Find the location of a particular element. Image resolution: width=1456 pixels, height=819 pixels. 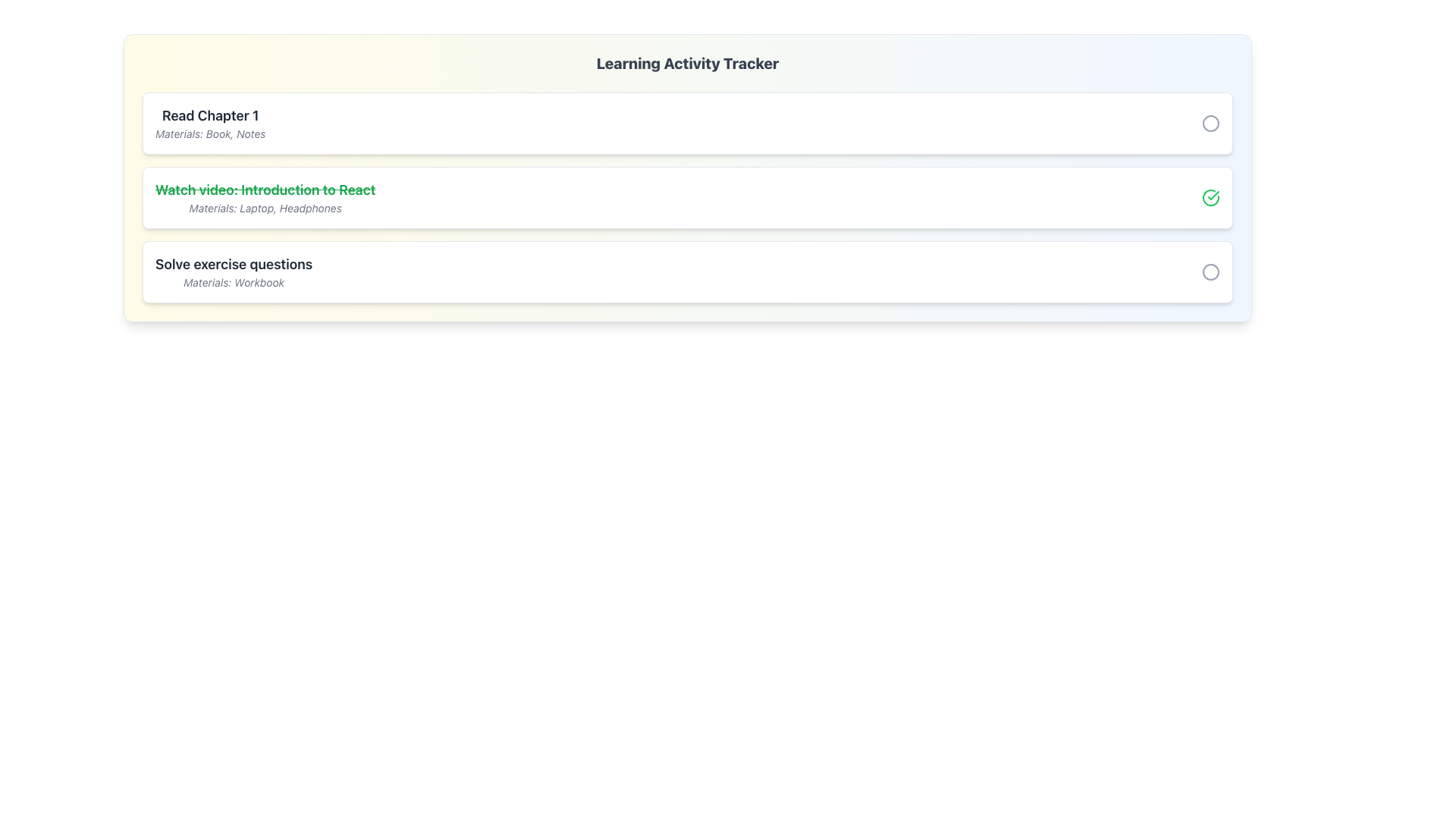

Text Display element located at the top center of the card-like panel, which serves as a title summarizing the content below is located at coordinates (687, 63).